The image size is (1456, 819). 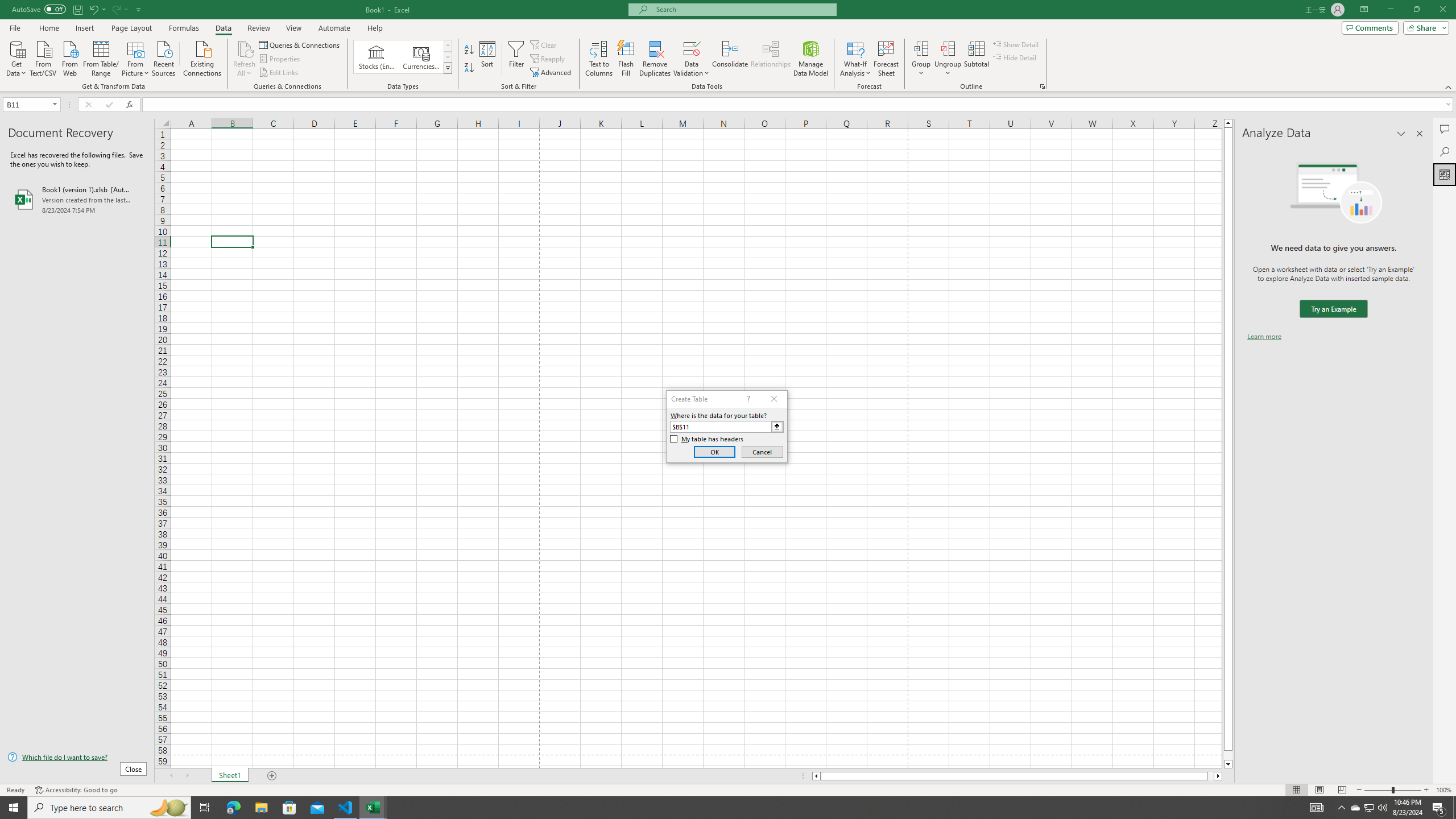 What do you see at coordinates (164, 57) in the screenshot?
I see `'Recent Sources'` at bounding box center [164, 57].